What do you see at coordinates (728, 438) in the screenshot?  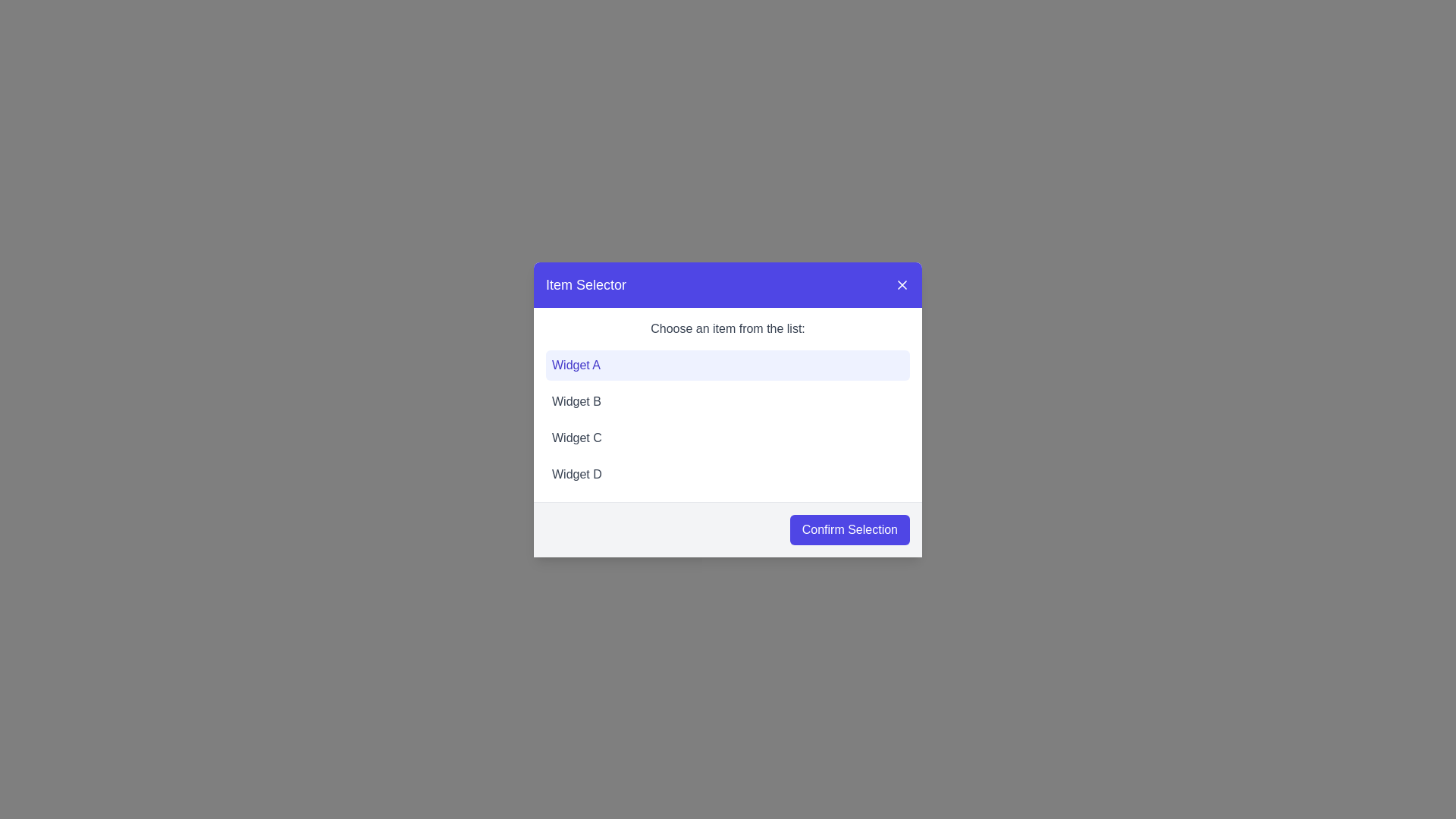 I see `the third item in the selectable list labeled 'Widget C' within the 'Item Selector' modal` at bounding box center [728, 438].